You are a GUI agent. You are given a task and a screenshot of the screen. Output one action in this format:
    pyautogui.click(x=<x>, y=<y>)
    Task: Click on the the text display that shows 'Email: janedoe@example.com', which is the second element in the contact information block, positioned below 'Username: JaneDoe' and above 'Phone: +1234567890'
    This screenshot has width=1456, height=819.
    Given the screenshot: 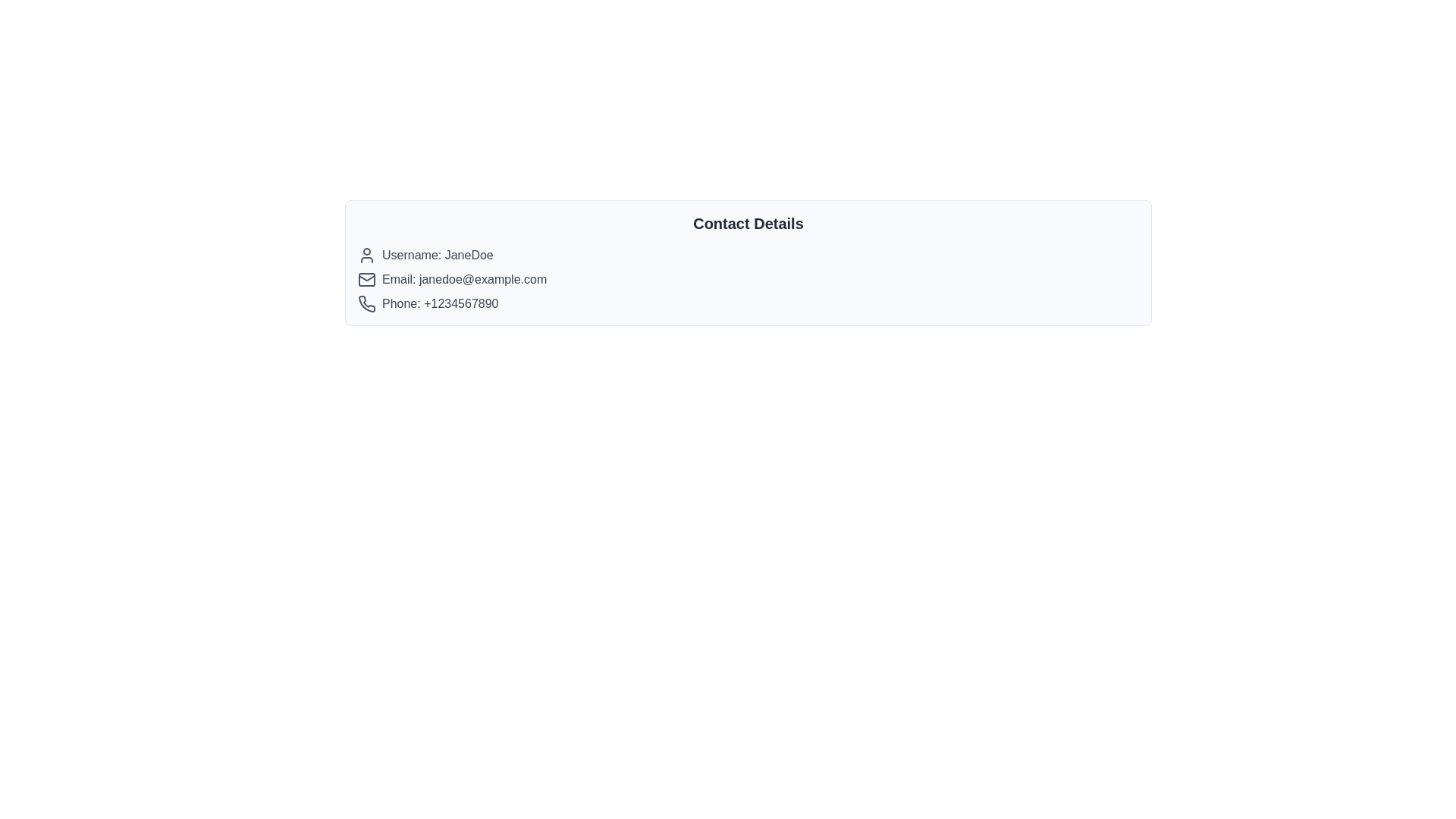 What is the action you would take?
    pyautogui.click(x=463, y=280)
    